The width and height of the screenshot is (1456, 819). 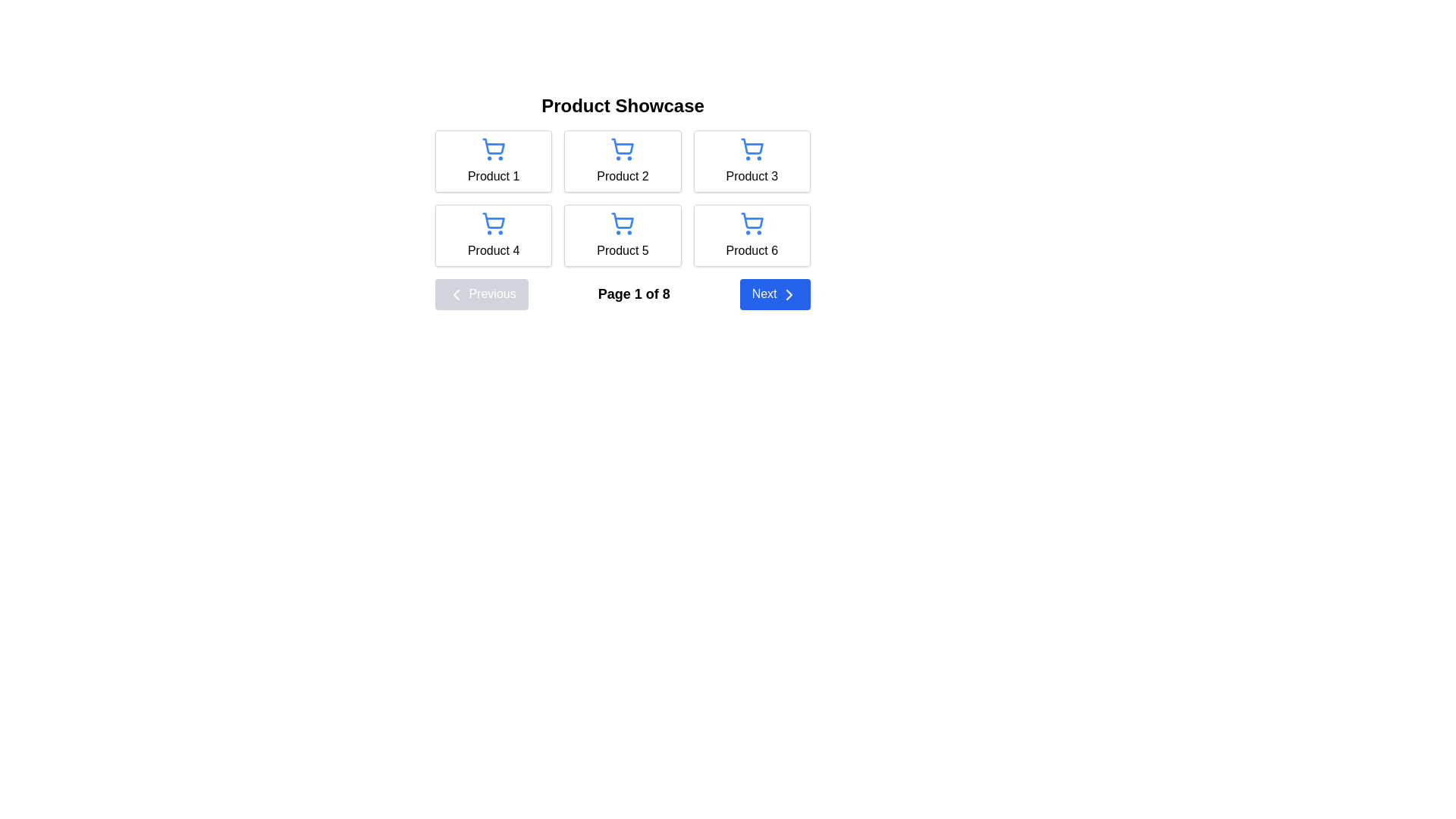 I want to click on the style of the rightward chevron SVG icon located within the 'Next' button at the bottom center of the layout, so click(x=789, y=294).